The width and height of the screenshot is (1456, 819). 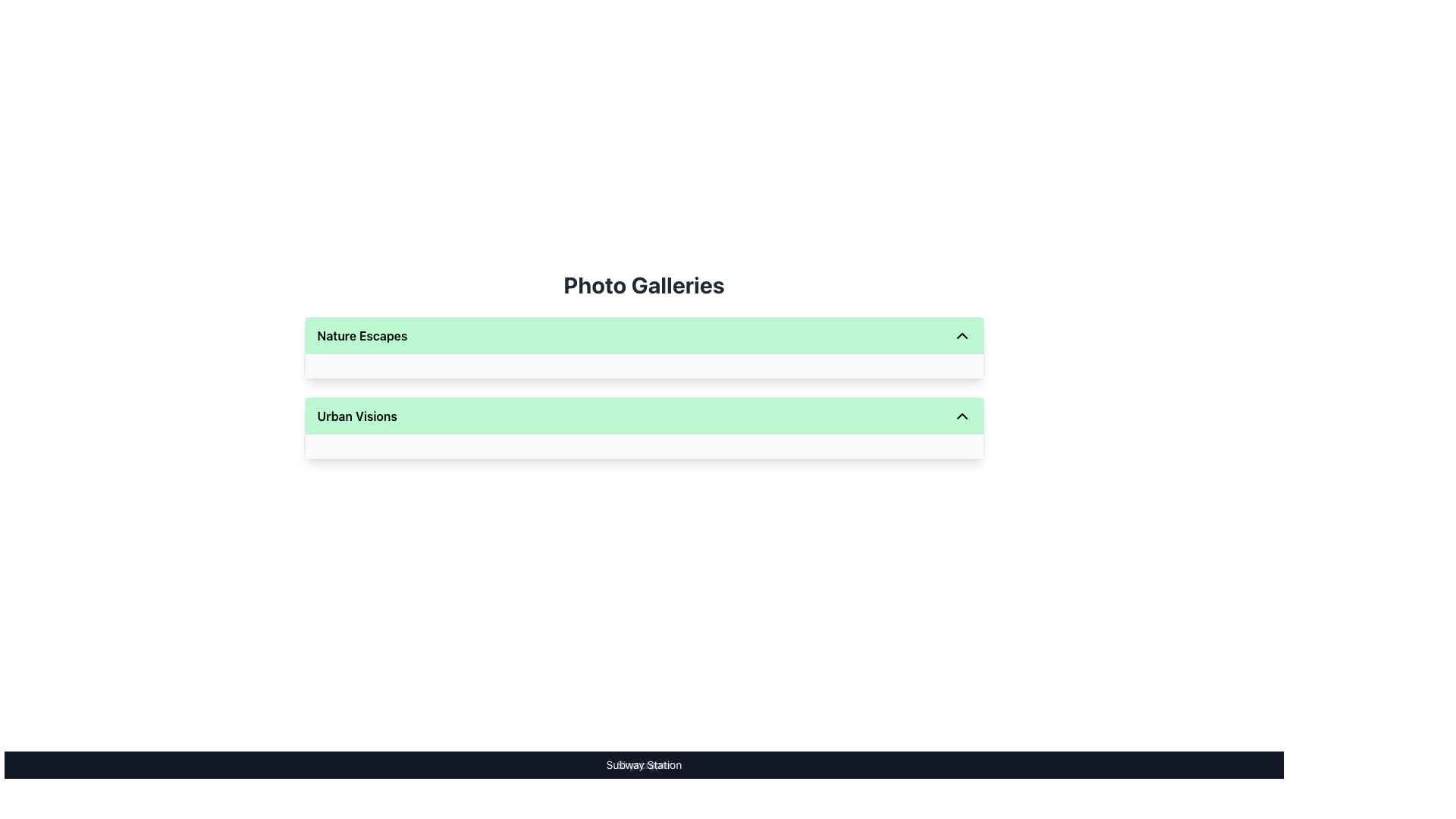 What do you see at coordinates (356, 416) in the screenshot?
I see `the text label that represents a clickable menu or item within the gallery options below 'Photo Galleries'` at bounding box center [356, 416].